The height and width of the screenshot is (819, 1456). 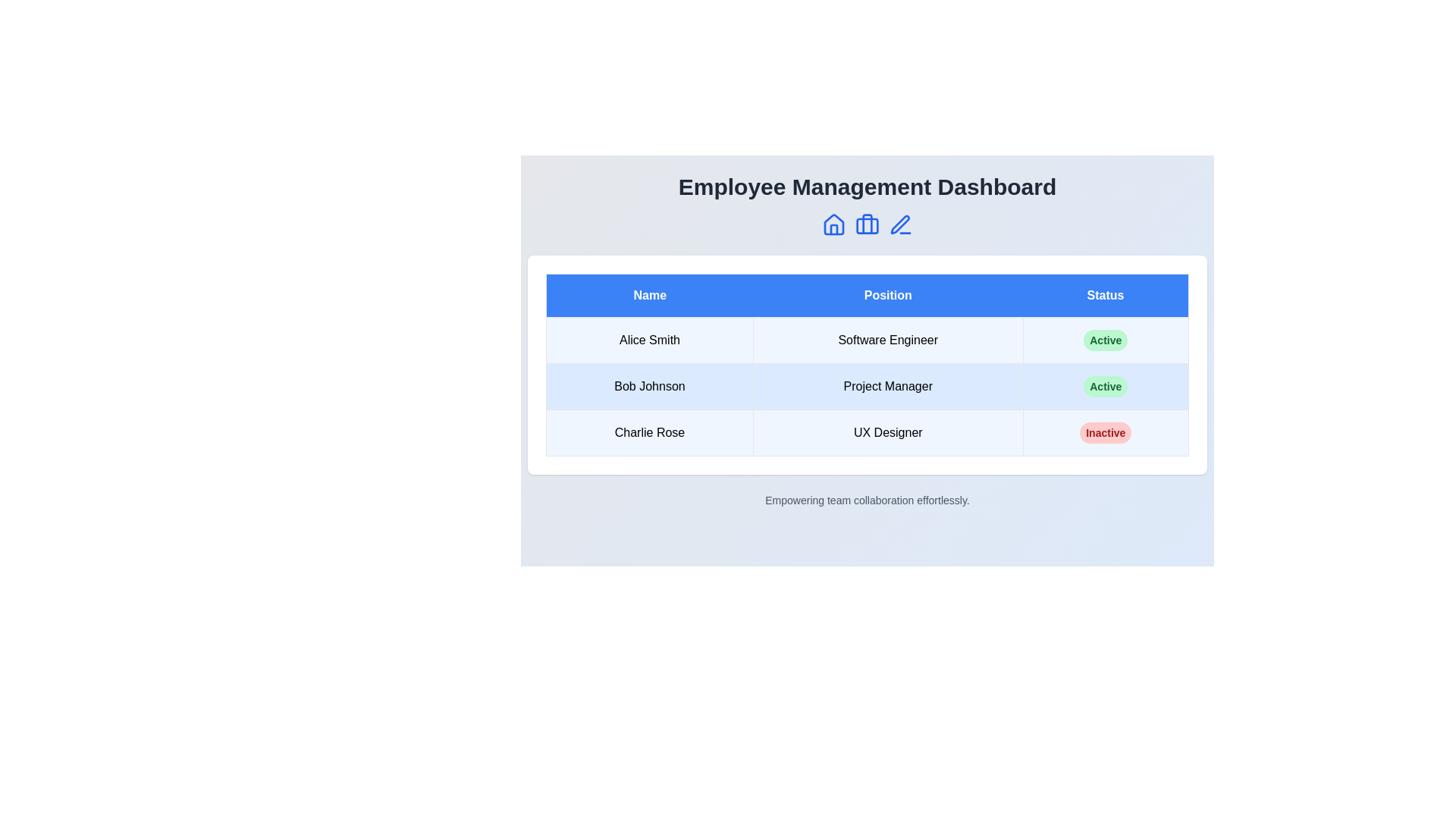 I want to click on the 'Status' label, which is a textual component displaying 'Status' in white font on a blue background, positioned between the 'Position' label and the statuses column in the employee management dashboard, so click(x=1106, y=295).